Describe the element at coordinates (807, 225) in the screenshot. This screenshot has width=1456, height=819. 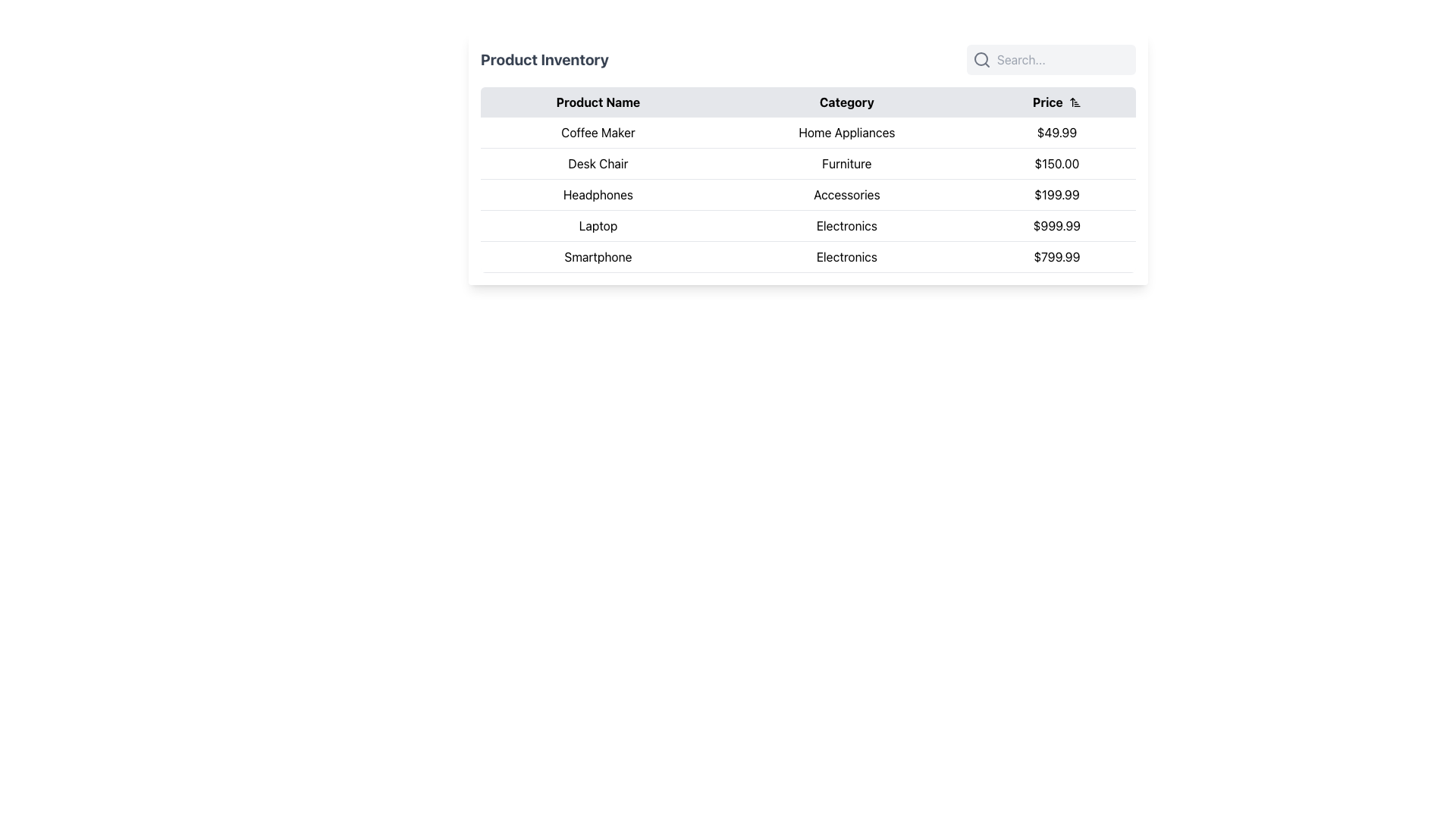
I see `the fourth row in the 'Product Inventory' table, which contains 'Laptop', 'Electronics', and '$999.99'` at that location.